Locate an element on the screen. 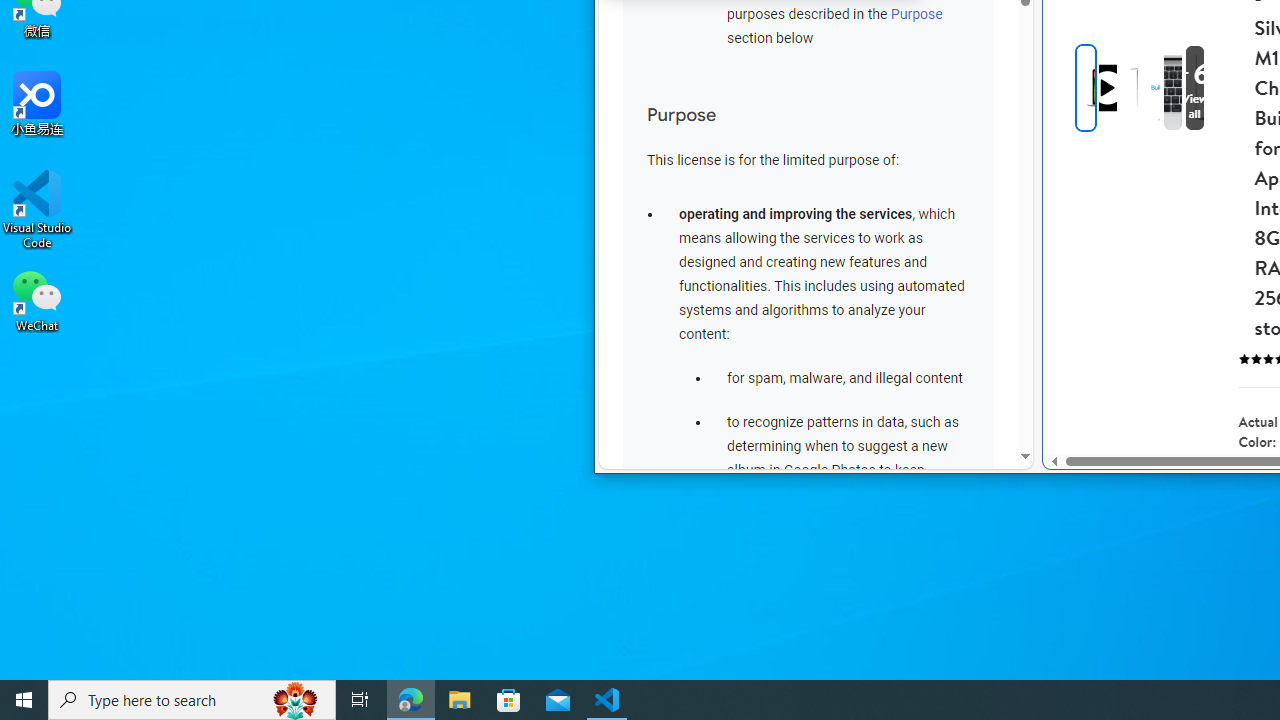 Image resolution: width=1280 pixels, height=720 pixels. 'File Explorer' is located at coordinates (459, 698).